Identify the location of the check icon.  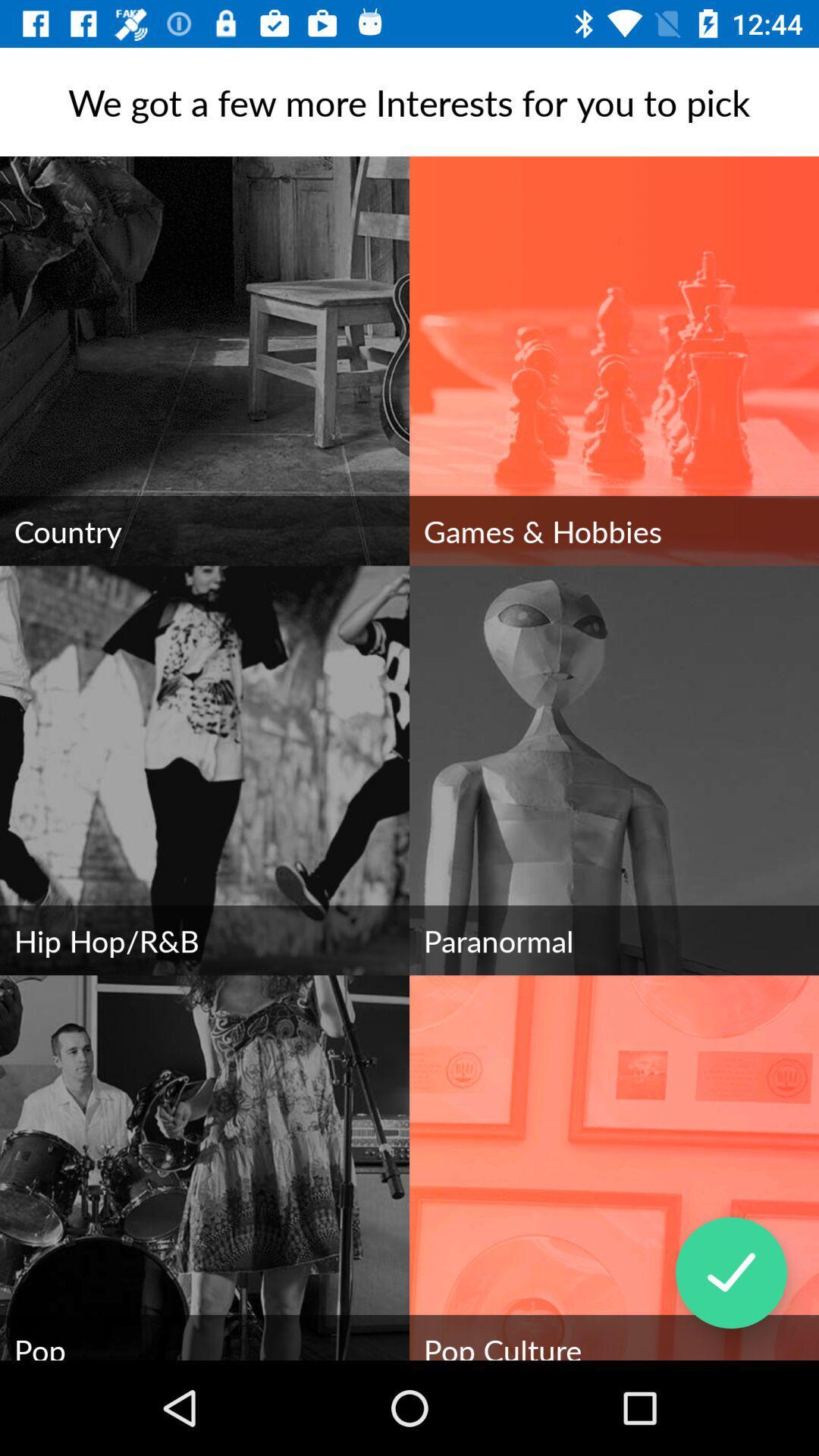
(730, 1272).